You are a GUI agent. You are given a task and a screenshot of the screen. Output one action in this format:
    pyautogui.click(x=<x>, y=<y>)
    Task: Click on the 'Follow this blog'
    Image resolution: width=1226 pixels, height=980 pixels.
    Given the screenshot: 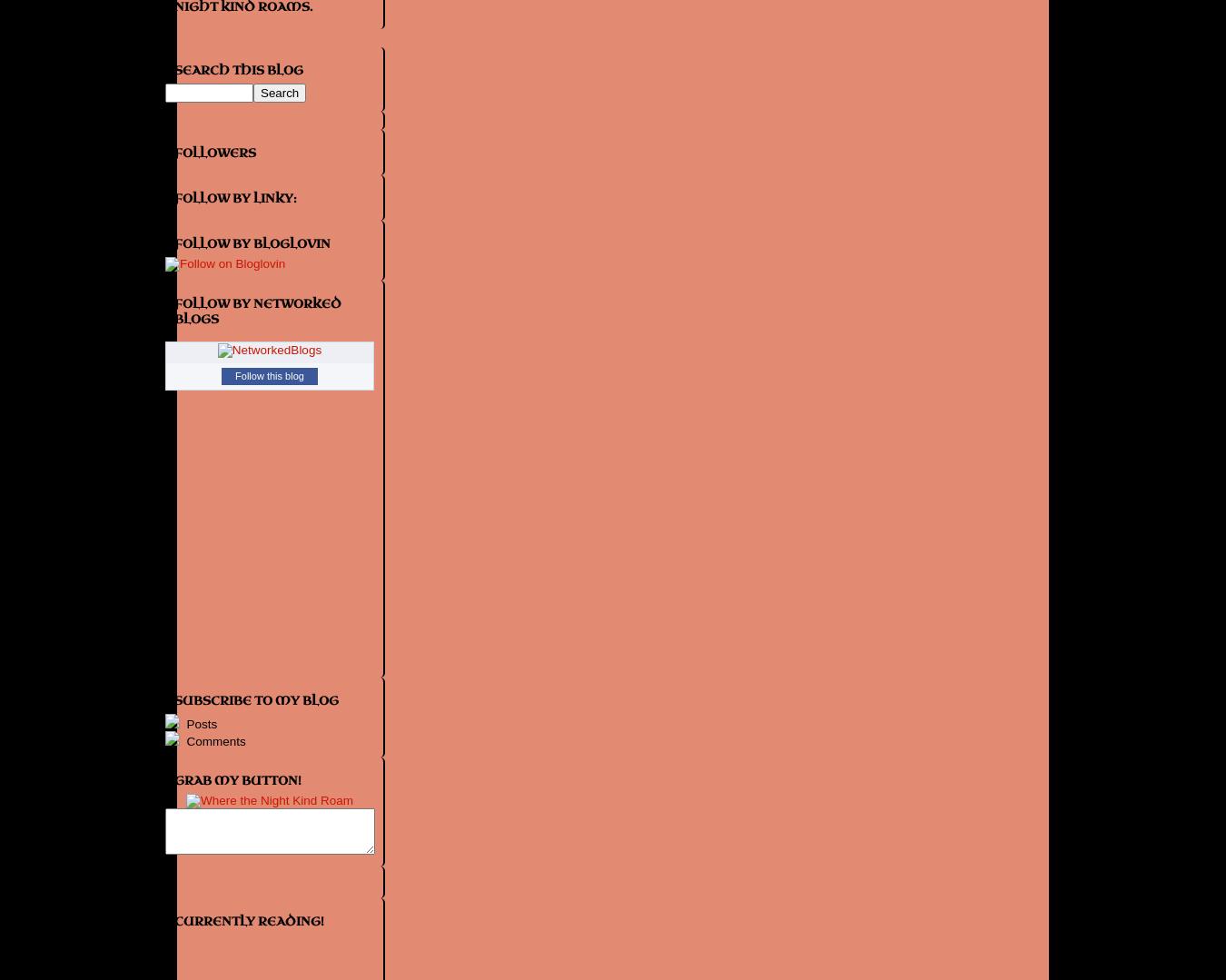 What is the action you would take?
    pyautogui.click(x=234, y=375)
    